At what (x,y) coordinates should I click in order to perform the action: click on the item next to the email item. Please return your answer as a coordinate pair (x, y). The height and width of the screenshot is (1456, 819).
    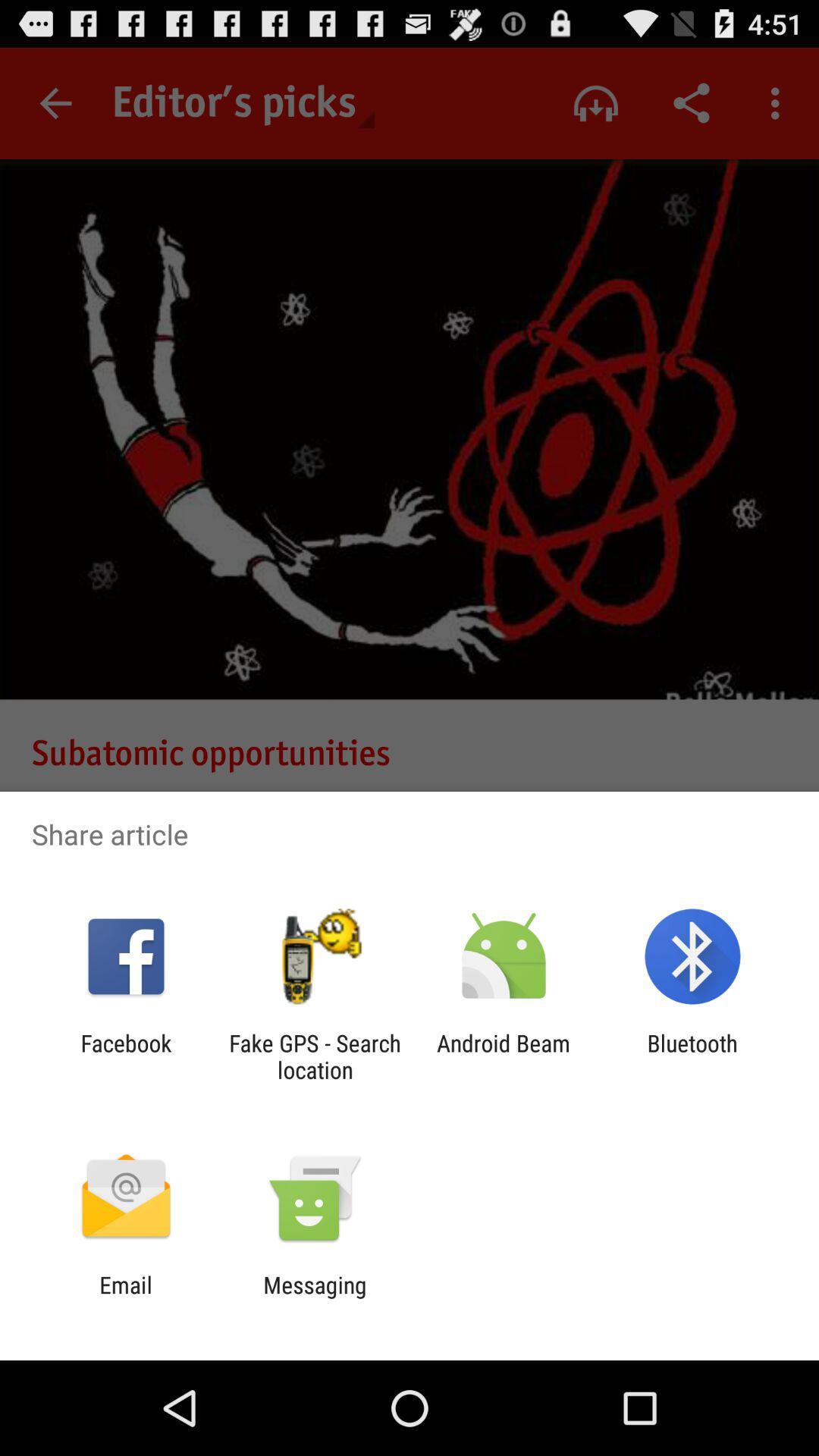
    Looking at the image, I should click on (314, 1298).